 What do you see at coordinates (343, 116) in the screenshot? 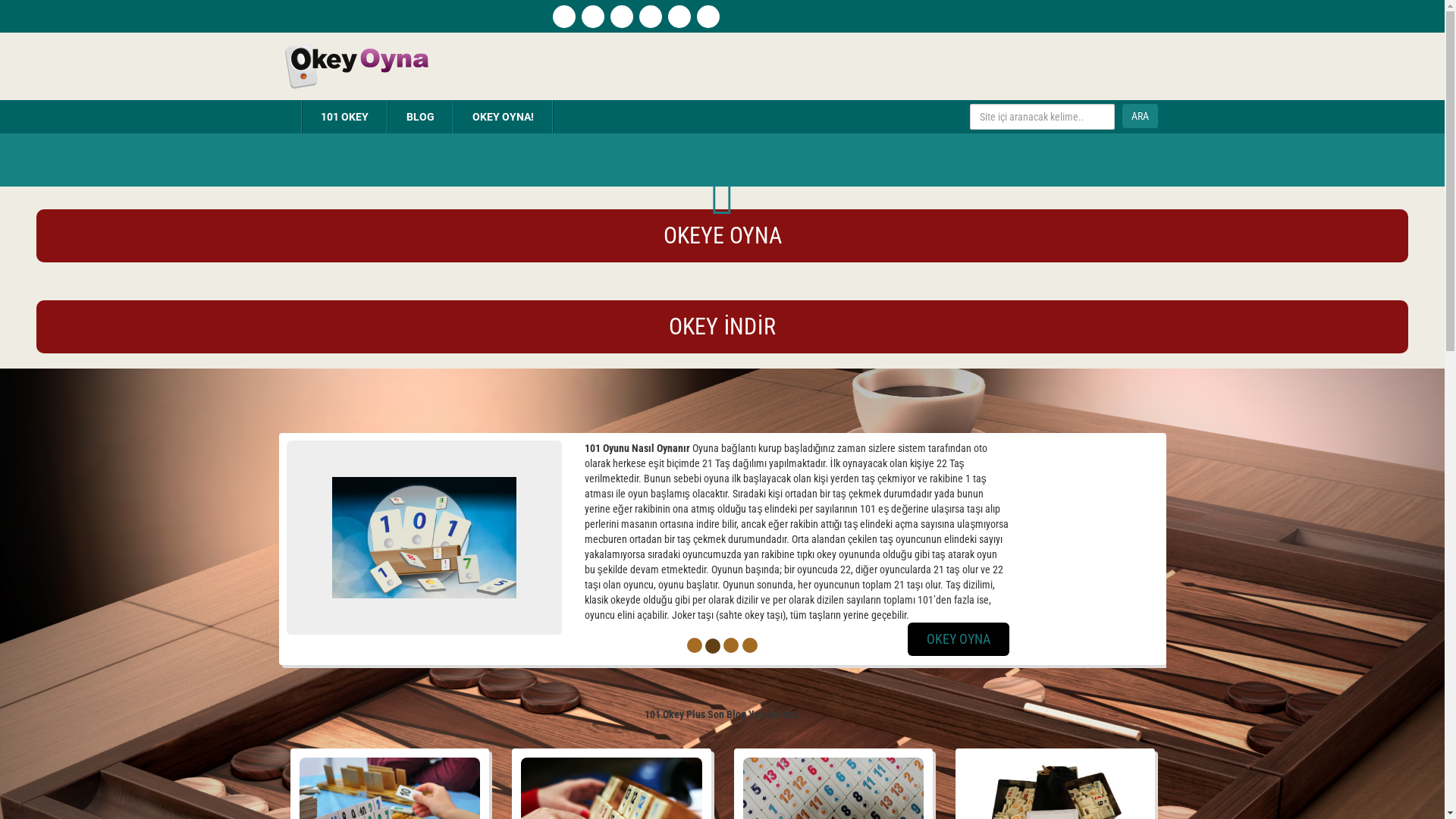
I see `'101 OKEY'` at bounding box center [343, 116].